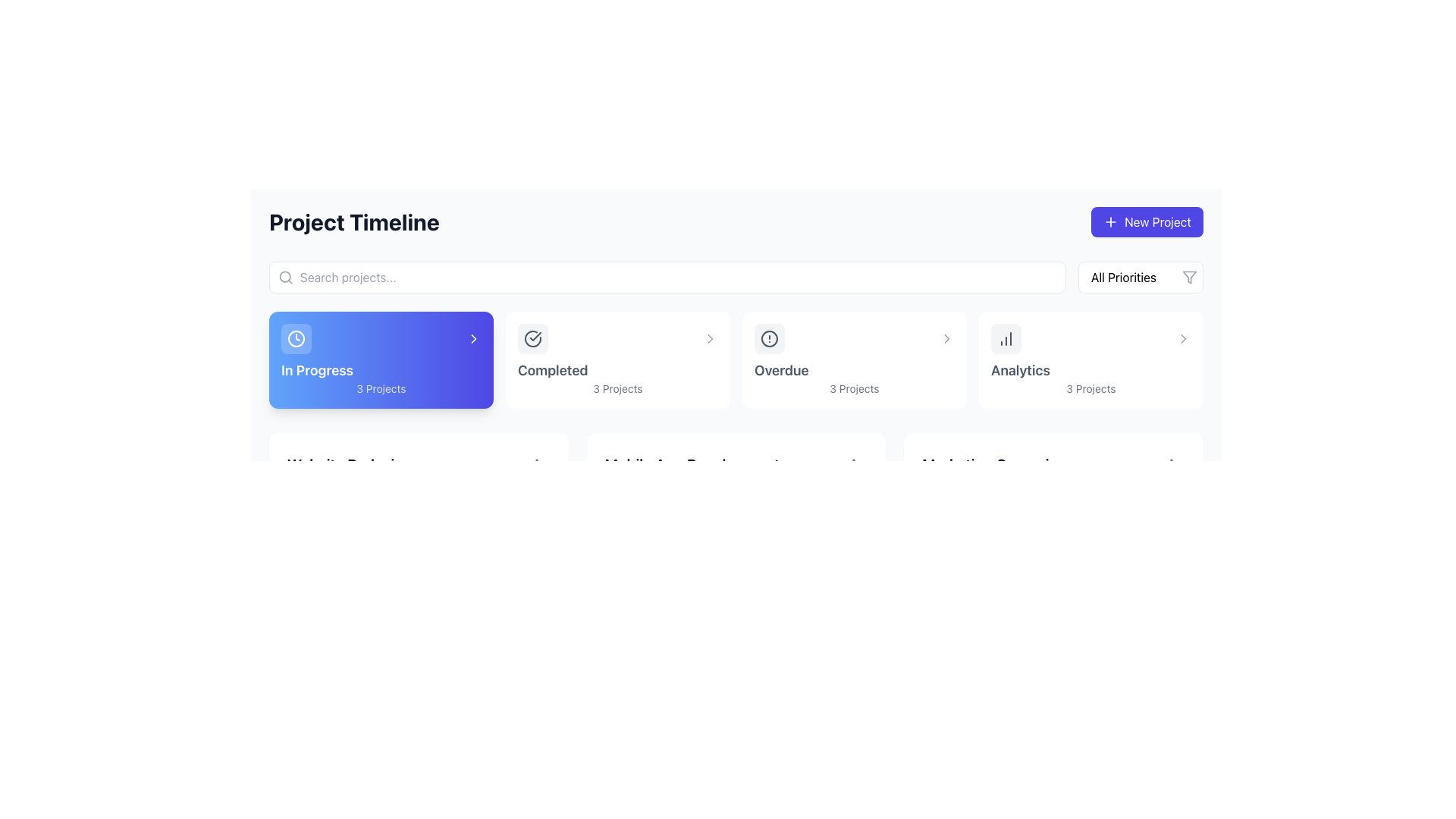 Image resolution: width=1456 pixels, height=819 pixels. Describe the element at coordinates (1147, 222) in the screenshot. I see `the 'Create New Project' button located on the far-right side of the interface header, next to the 'Project Timeline' title` at that location.